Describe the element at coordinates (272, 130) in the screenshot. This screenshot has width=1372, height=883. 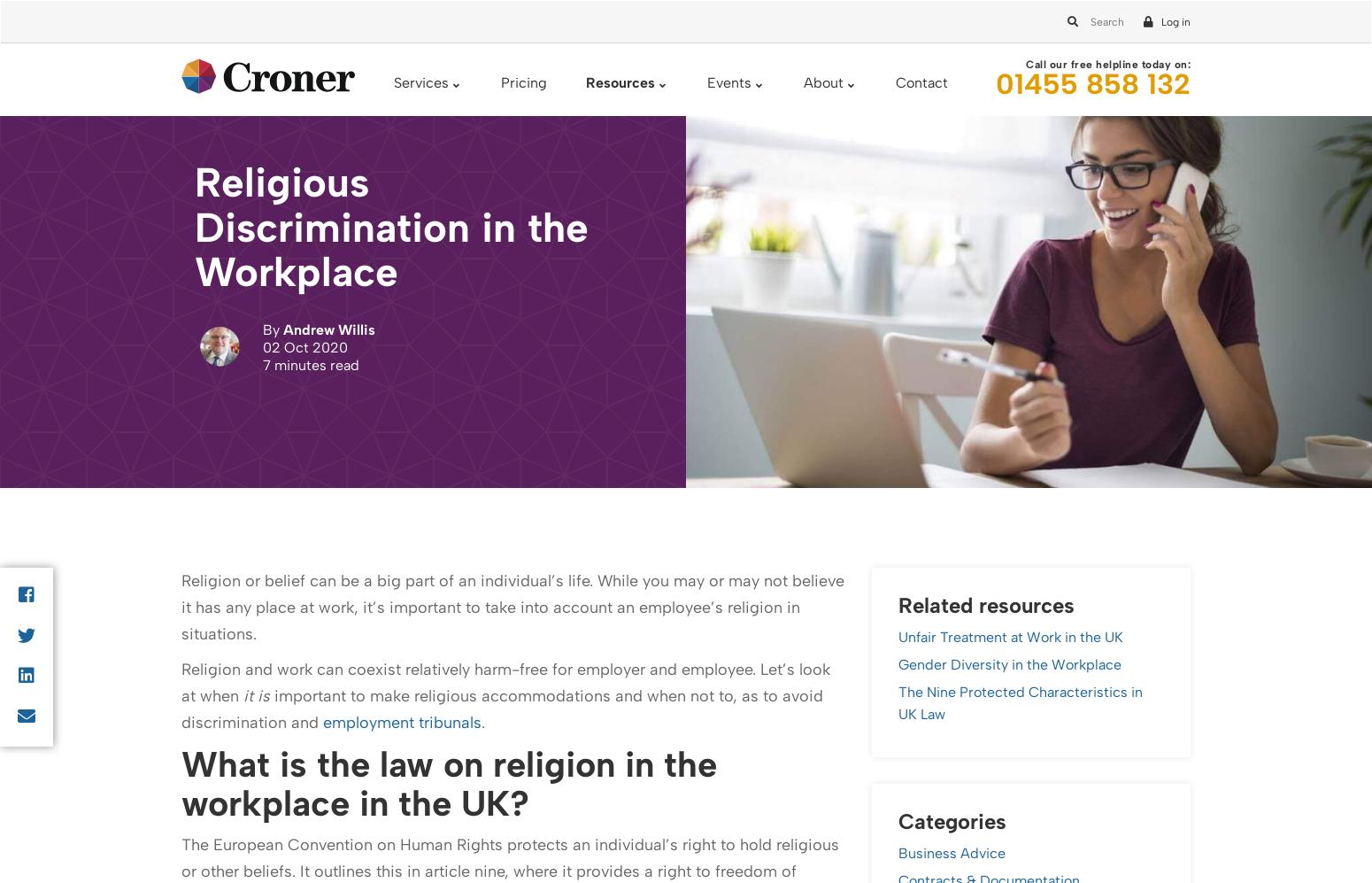
I see `'Positive action'` at that location.